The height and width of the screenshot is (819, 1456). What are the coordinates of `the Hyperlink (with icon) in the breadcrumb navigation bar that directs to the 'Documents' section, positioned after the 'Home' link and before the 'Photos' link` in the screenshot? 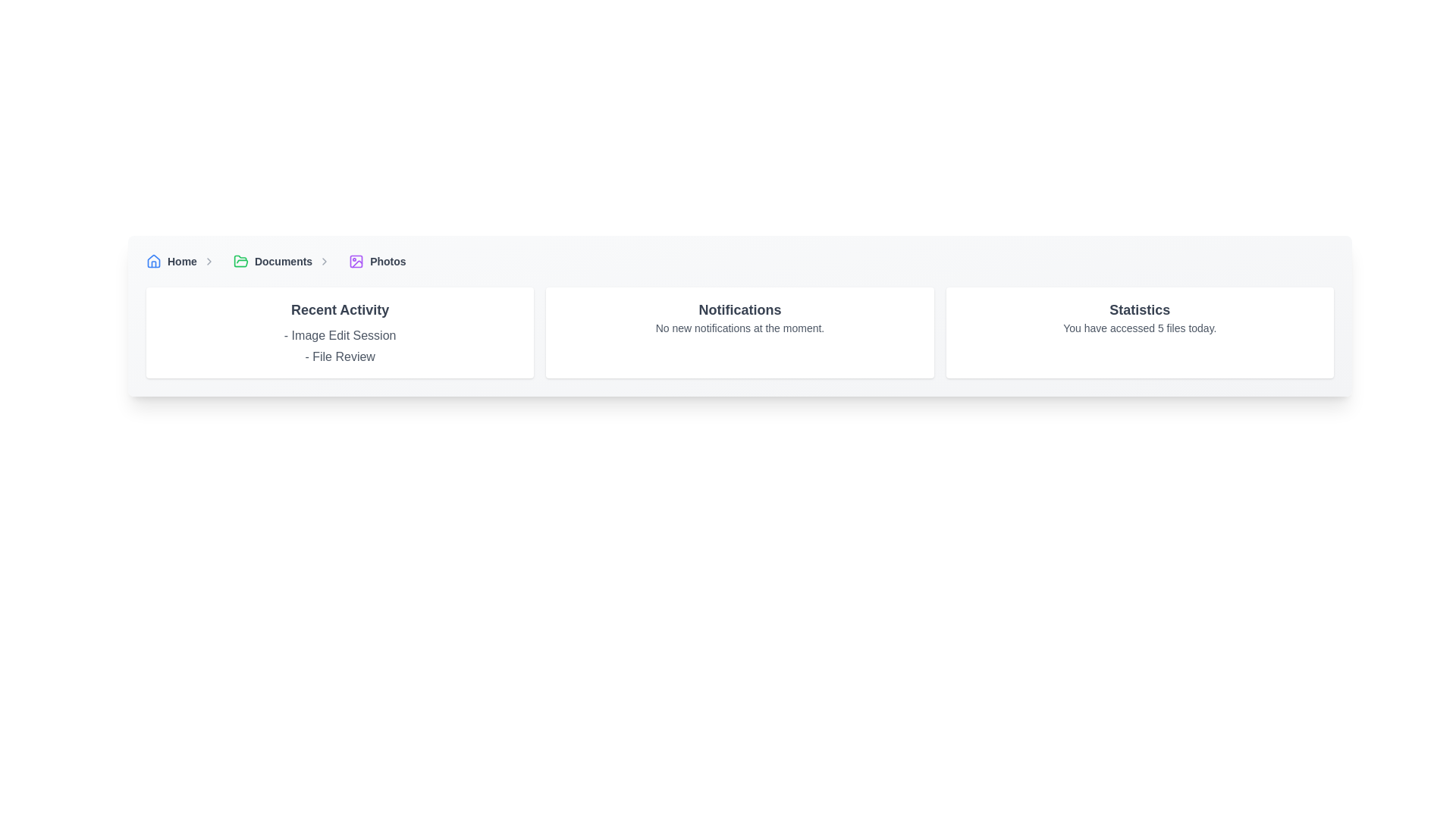 It's located at (273, 260).